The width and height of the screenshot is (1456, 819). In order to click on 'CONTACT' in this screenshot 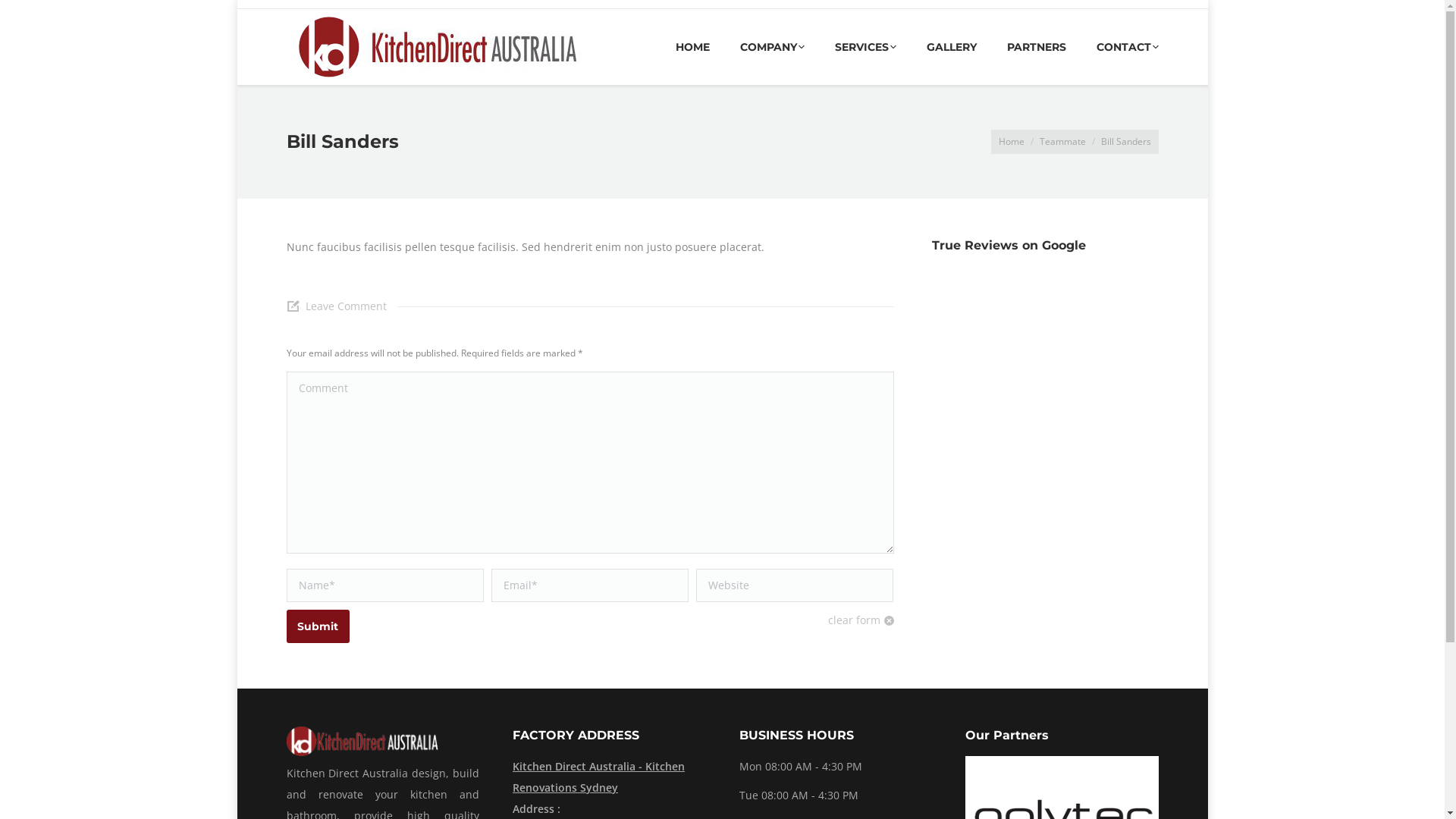, I will do `click(1128, 45)`.